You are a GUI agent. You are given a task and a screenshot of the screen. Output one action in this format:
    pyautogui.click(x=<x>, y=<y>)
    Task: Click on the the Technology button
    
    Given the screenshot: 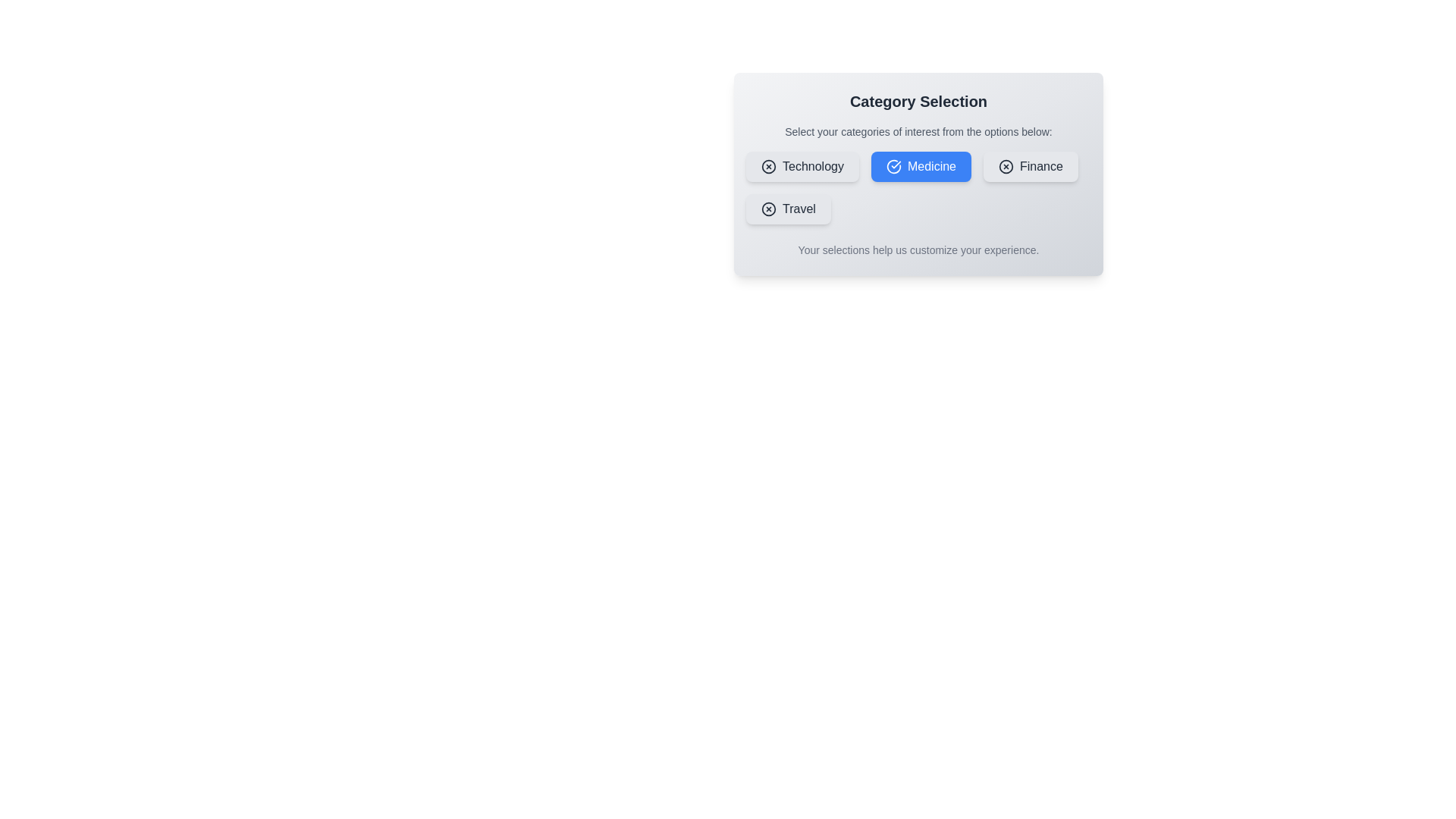 What is the action you would take?
    pyautogui.click(x=801, y=166)
    